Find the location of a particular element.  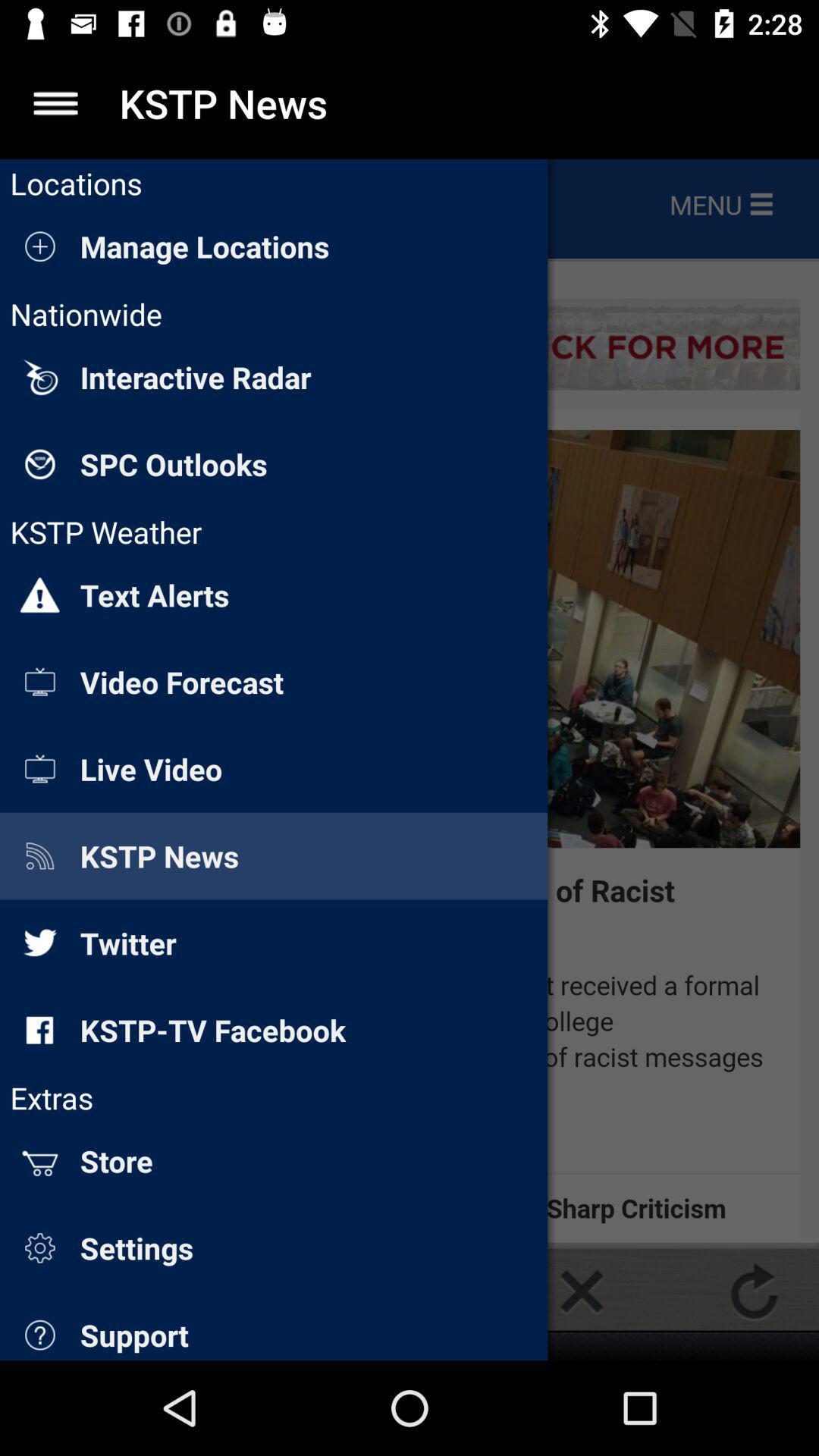

the close icon is located at coordinates (581, 1291).